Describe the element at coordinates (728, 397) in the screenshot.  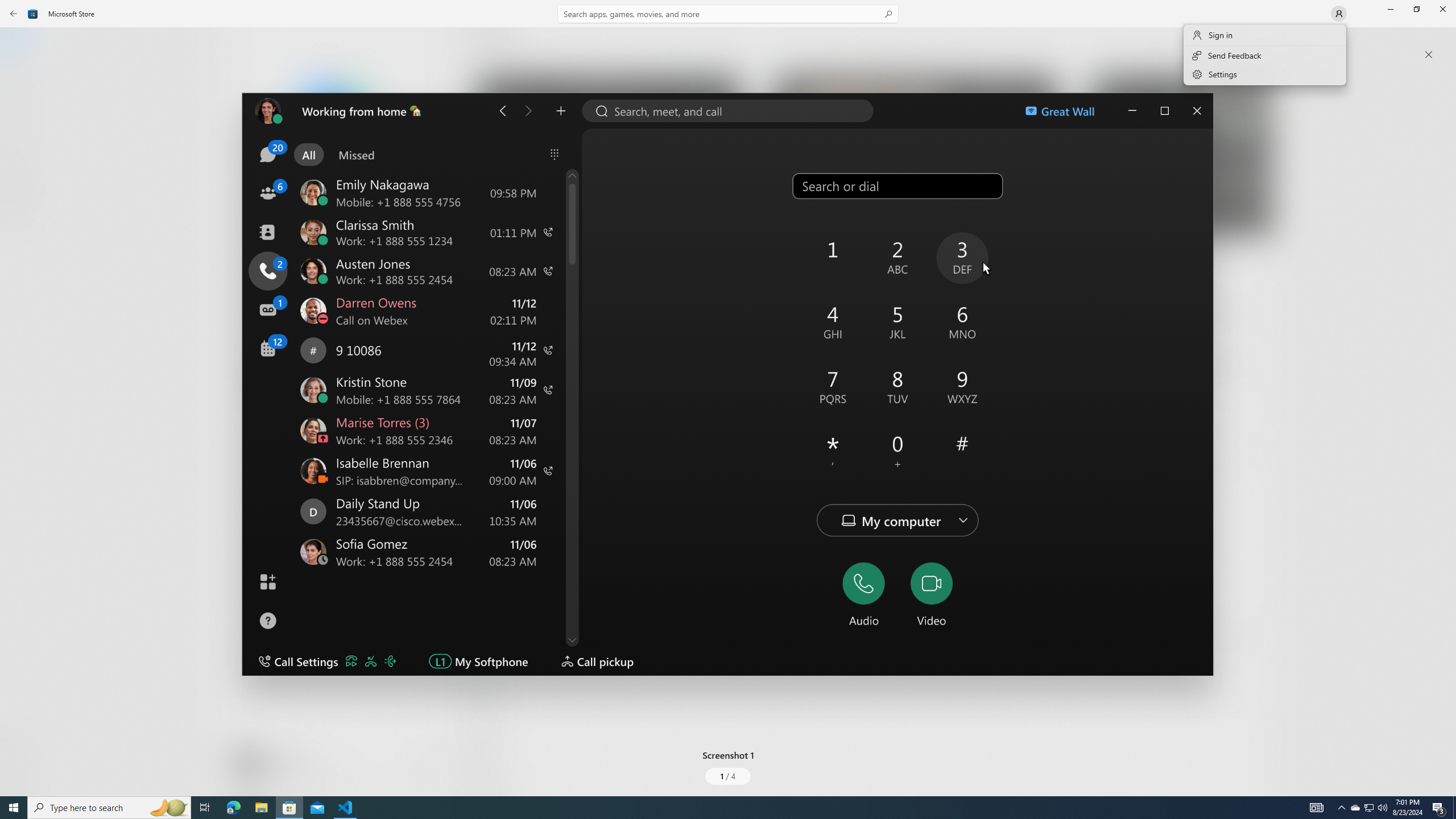
I see `'AutomationID: NavigationControl'` at that location.